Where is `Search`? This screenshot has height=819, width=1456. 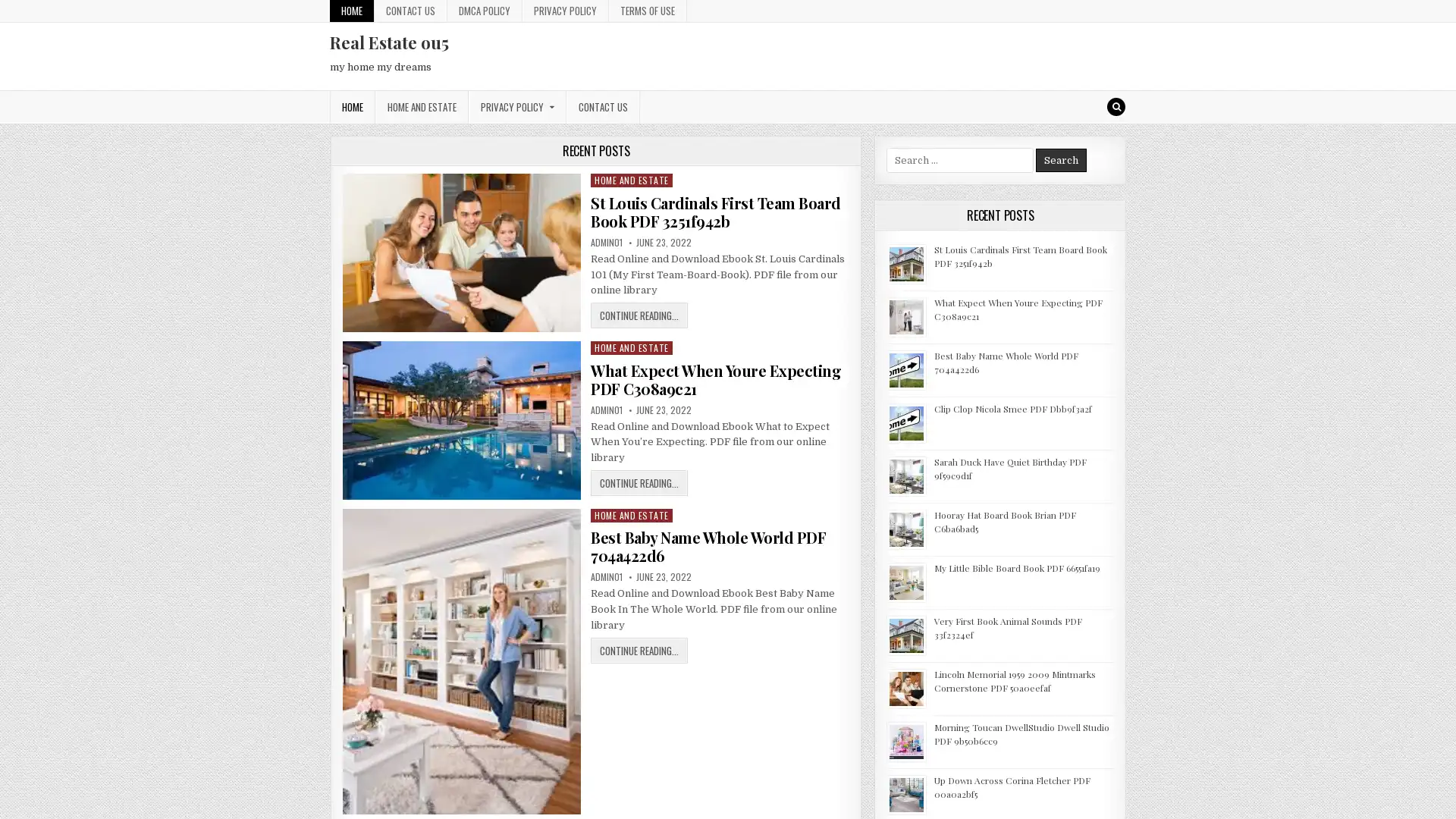
Search is located at coordinates (1060, 160).